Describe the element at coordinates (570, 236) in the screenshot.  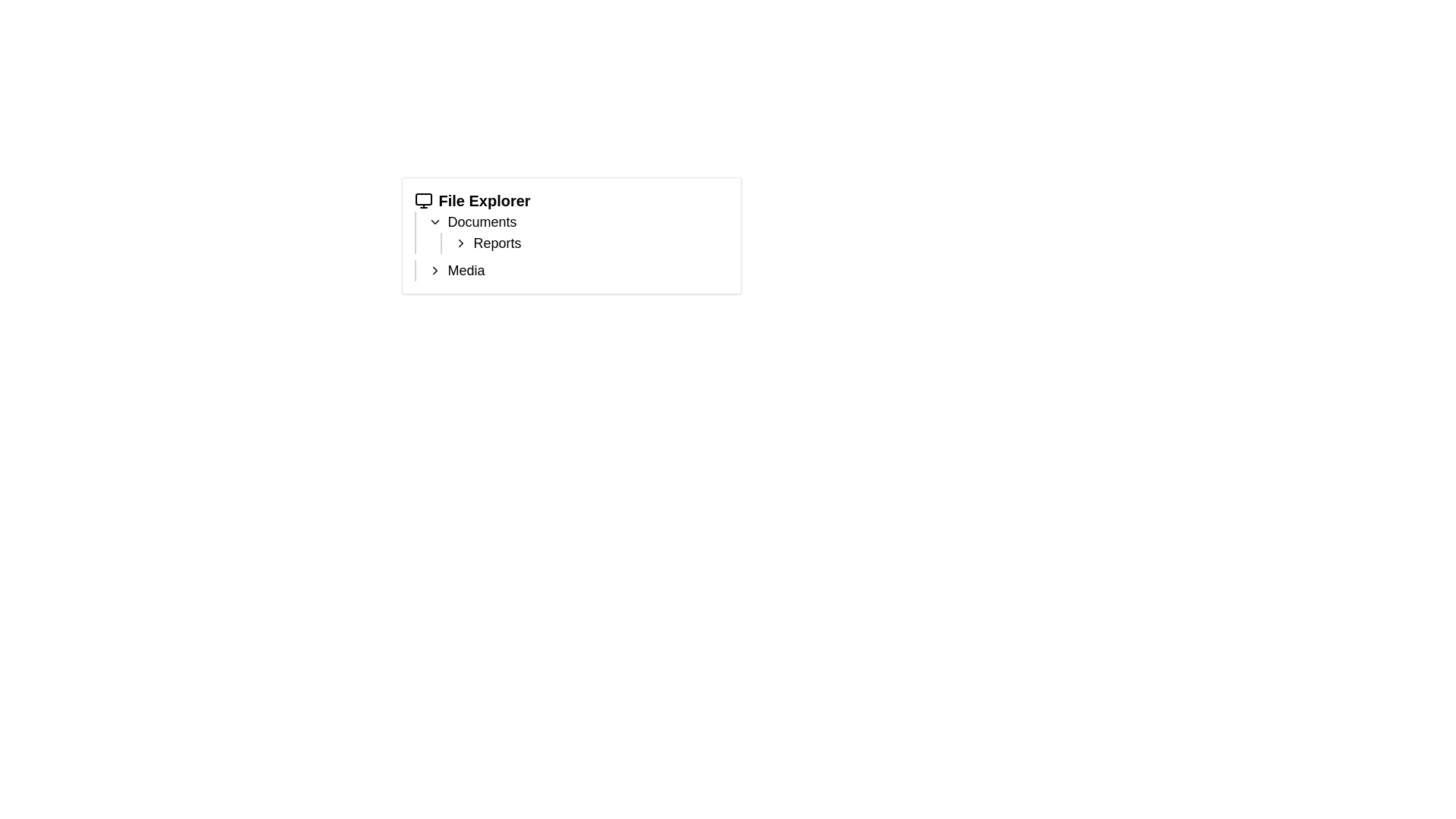
I see `the 'Reports' entry in the File Explorer navigation pane` at that location.